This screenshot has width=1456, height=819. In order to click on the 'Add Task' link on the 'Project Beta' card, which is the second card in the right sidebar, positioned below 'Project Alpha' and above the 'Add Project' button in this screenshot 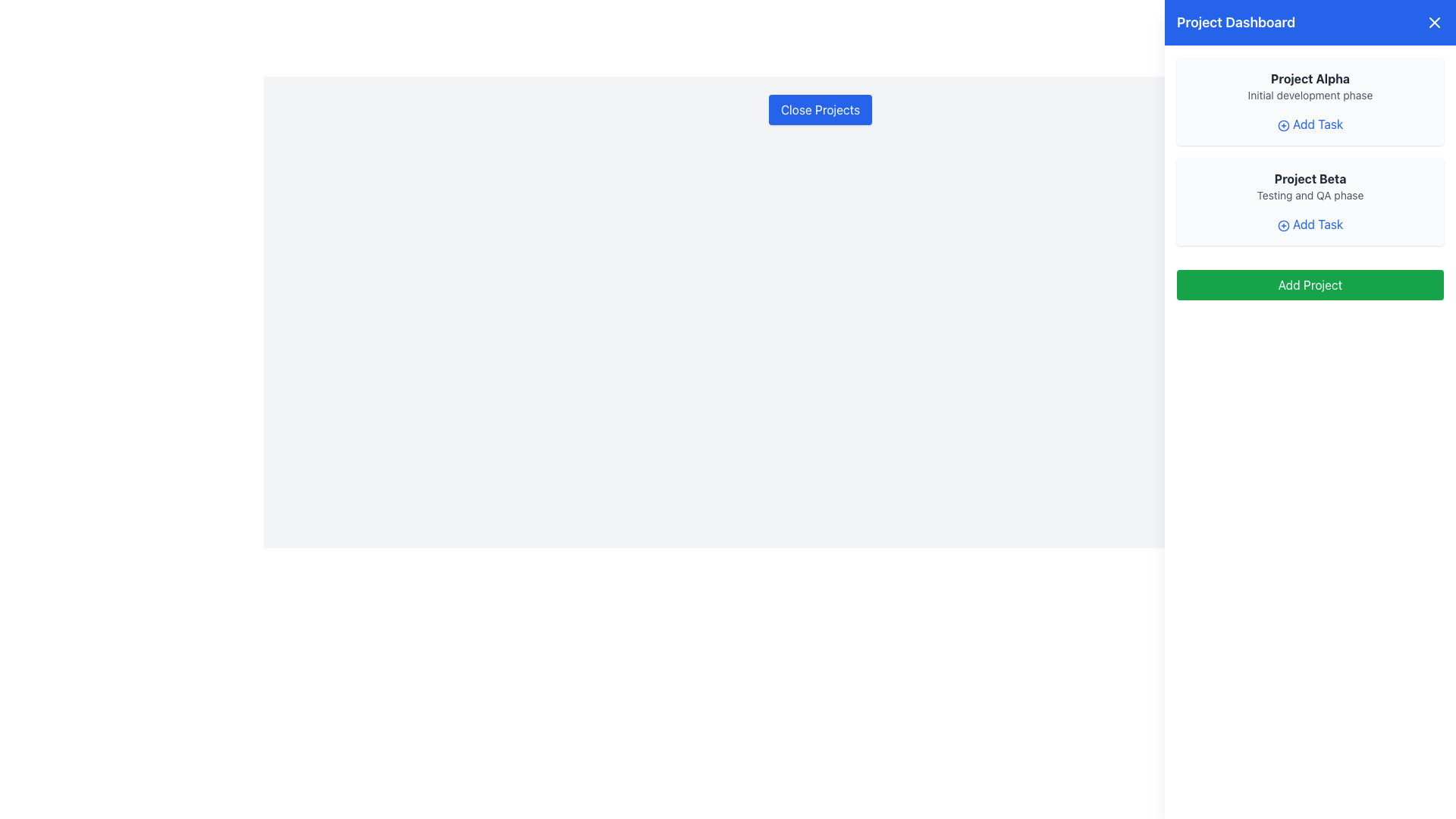, I will do `click(1310, 201)`.